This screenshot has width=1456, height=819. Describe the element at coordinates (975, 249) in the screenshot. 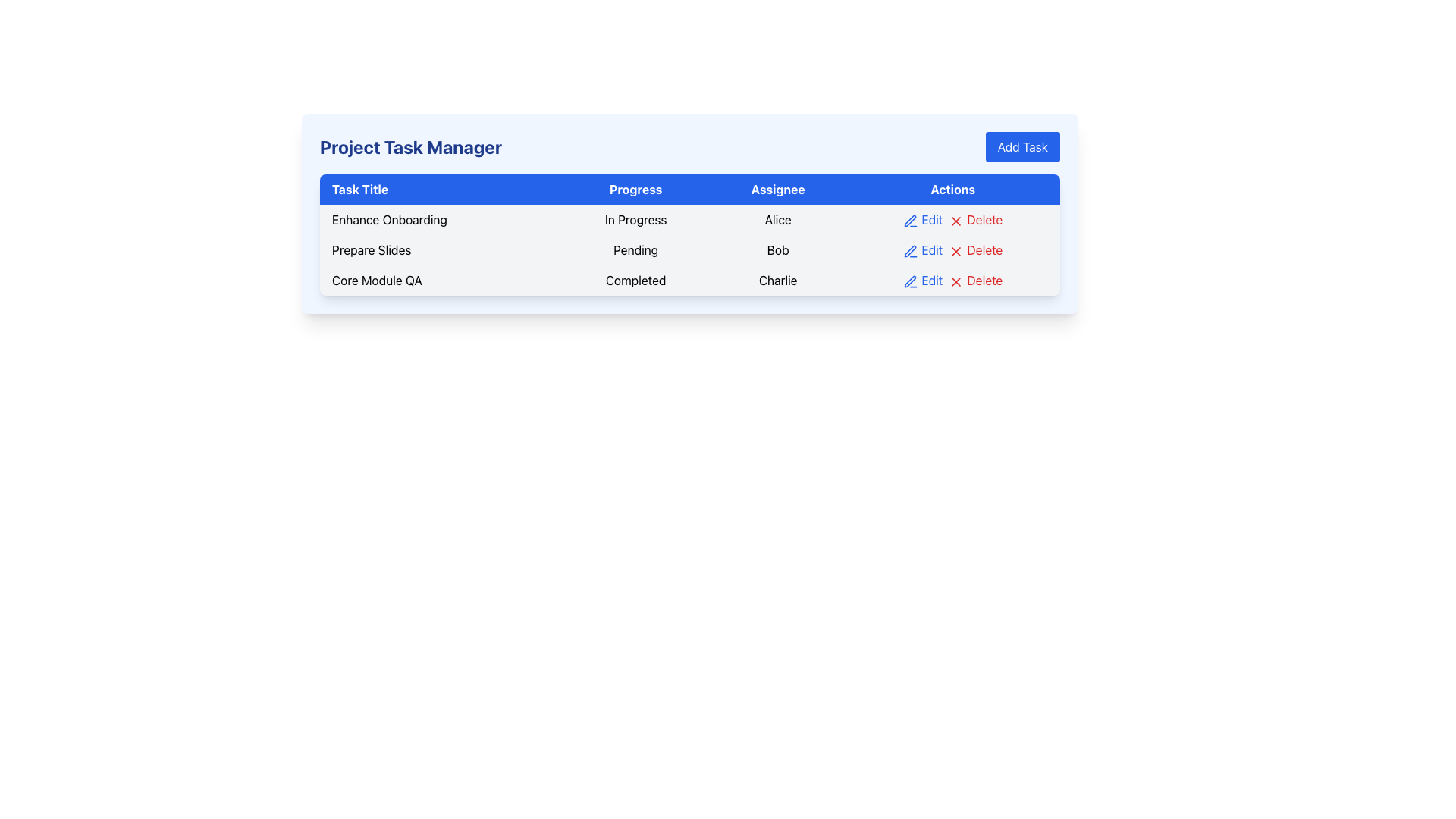

I see `the 'Delete' button, which is the second button in the 'Actions' column of the table, rendered in red with a red 'X' icon` at that location.